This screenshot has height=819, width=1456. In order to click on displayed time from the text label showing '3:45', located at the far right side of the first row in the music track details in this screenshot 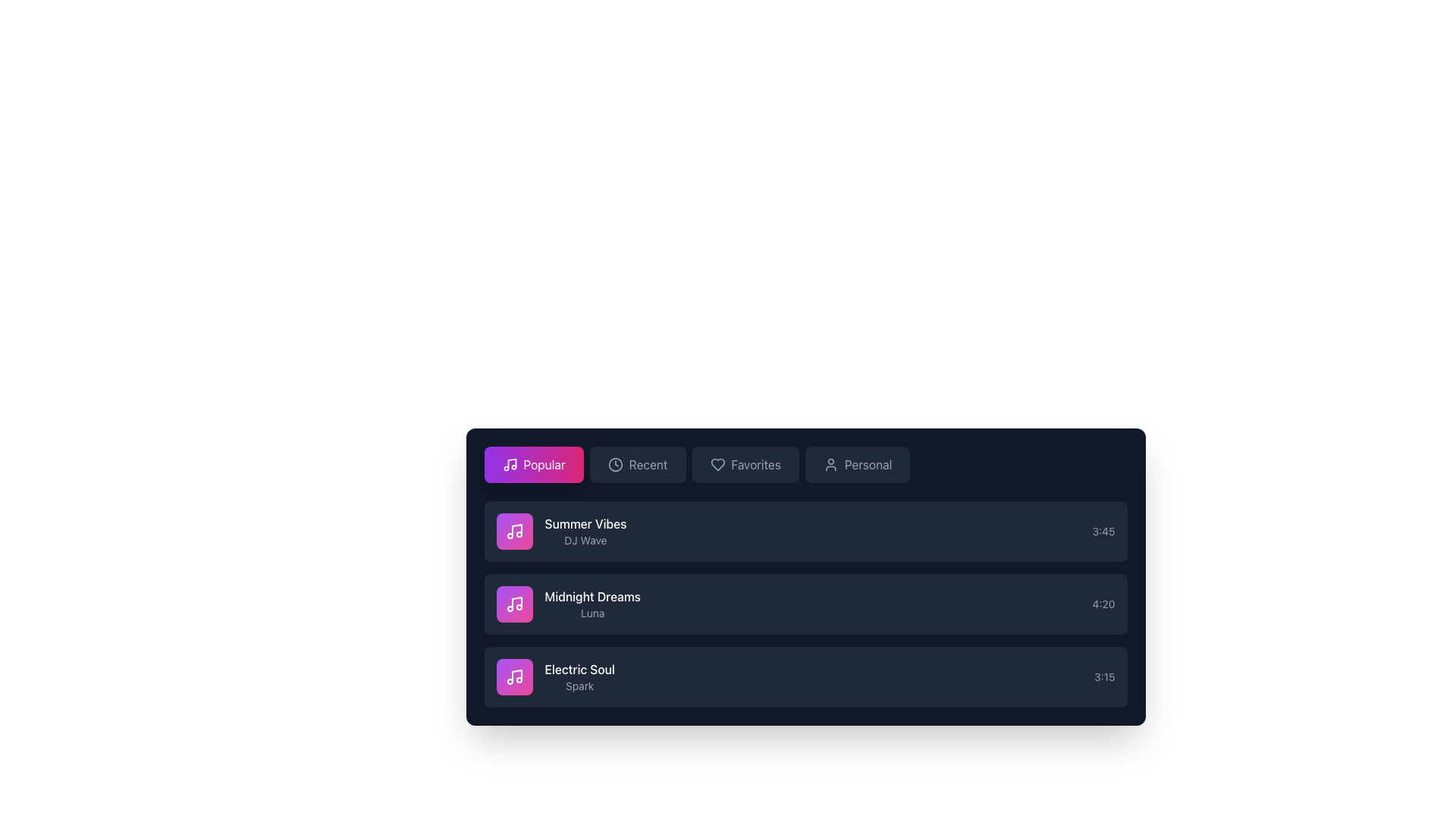, I will do `click(1103, 531)`.